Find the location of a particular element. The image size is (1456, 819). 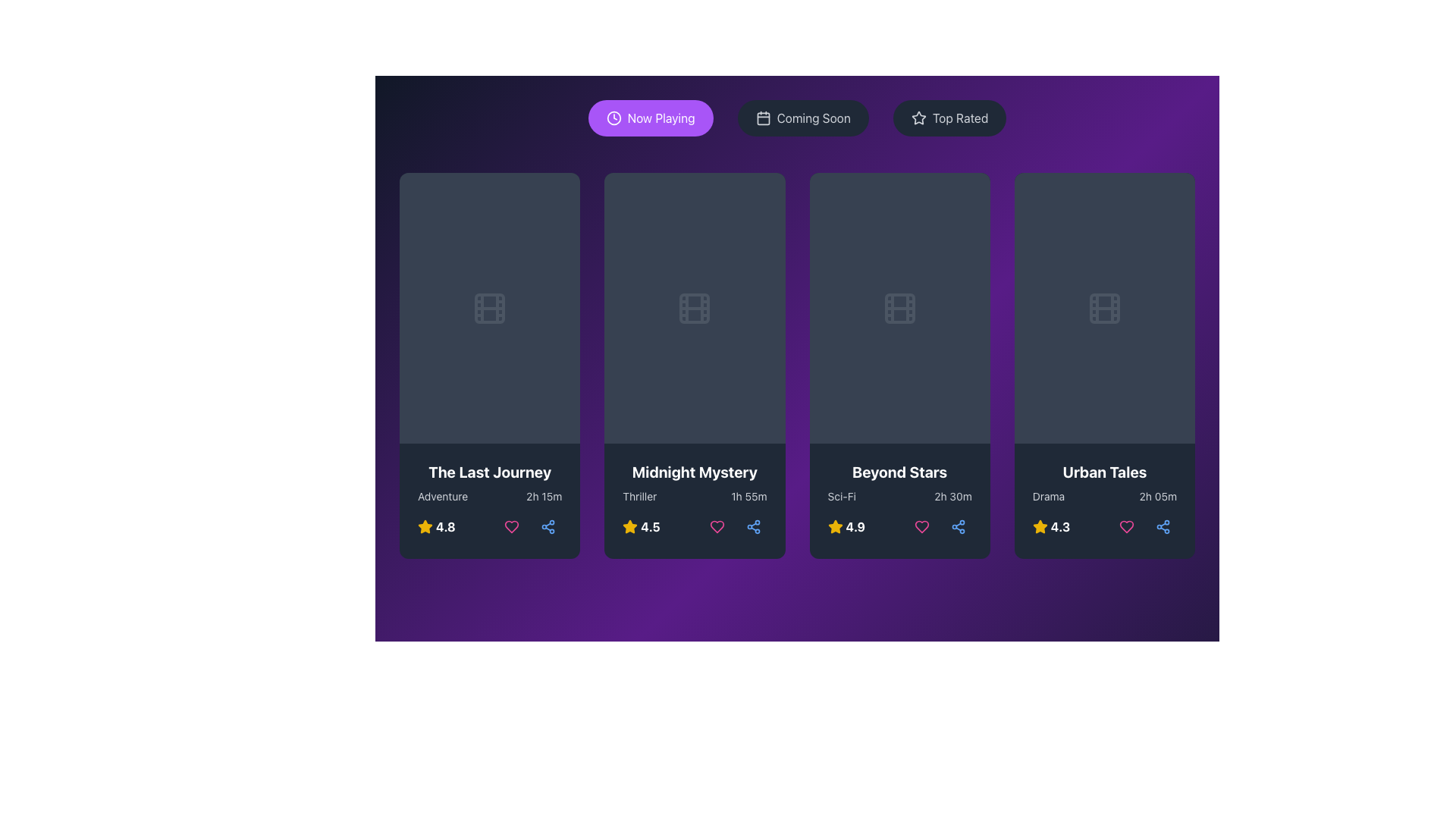

the yellow star icon used in the rating system for visual effects is located at coordinates (425, 526).